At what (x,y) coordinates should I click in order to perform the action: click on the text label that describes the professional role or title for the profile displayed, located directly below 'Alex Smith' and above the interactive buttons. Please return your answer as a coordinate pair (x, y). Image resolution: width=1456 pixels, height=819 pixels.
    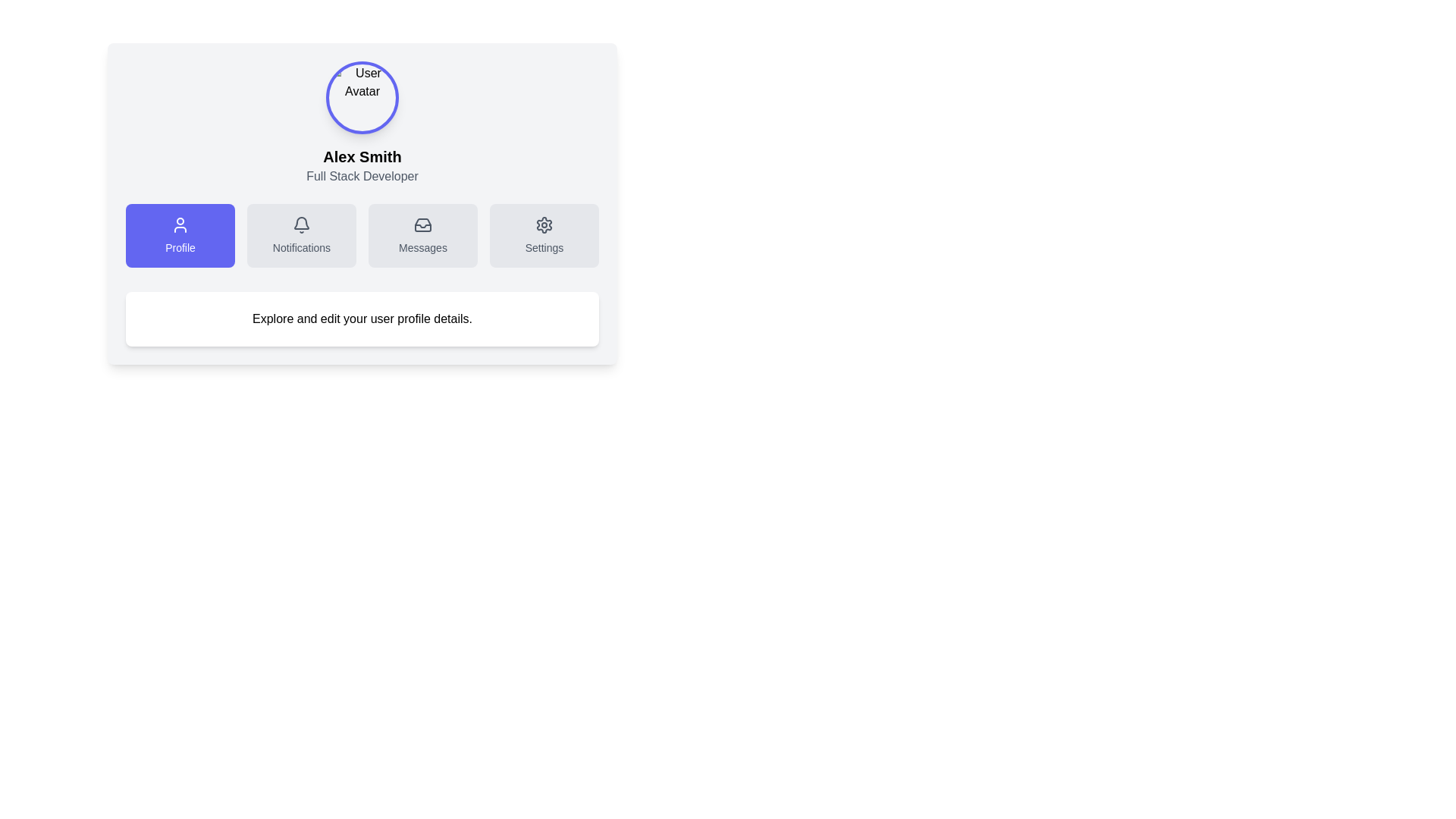
    Looking at the image, I should click on (362, 175).